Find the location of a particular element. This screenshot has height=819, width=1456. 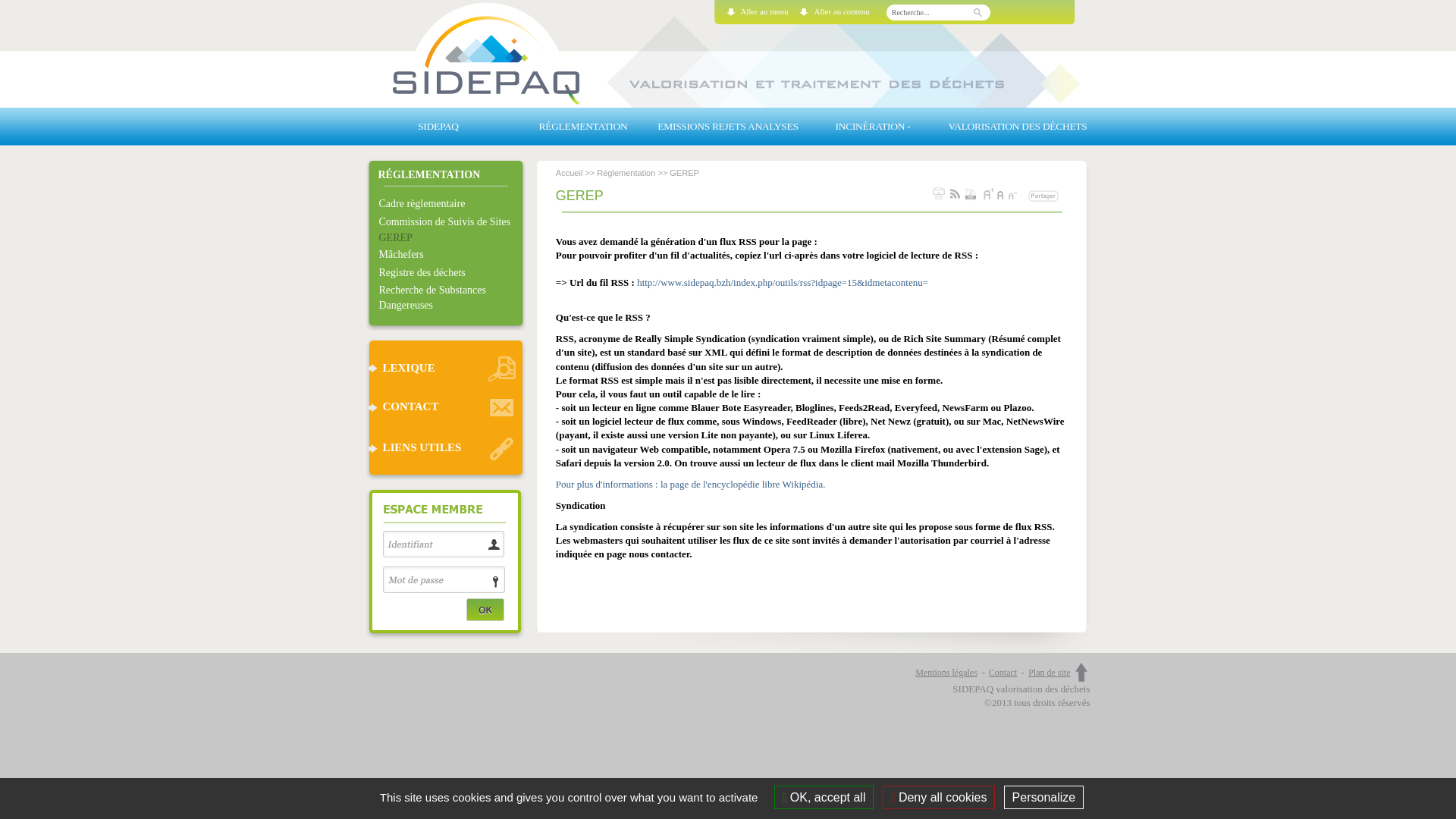

'GEREP' is located at coordinates (448, 237).